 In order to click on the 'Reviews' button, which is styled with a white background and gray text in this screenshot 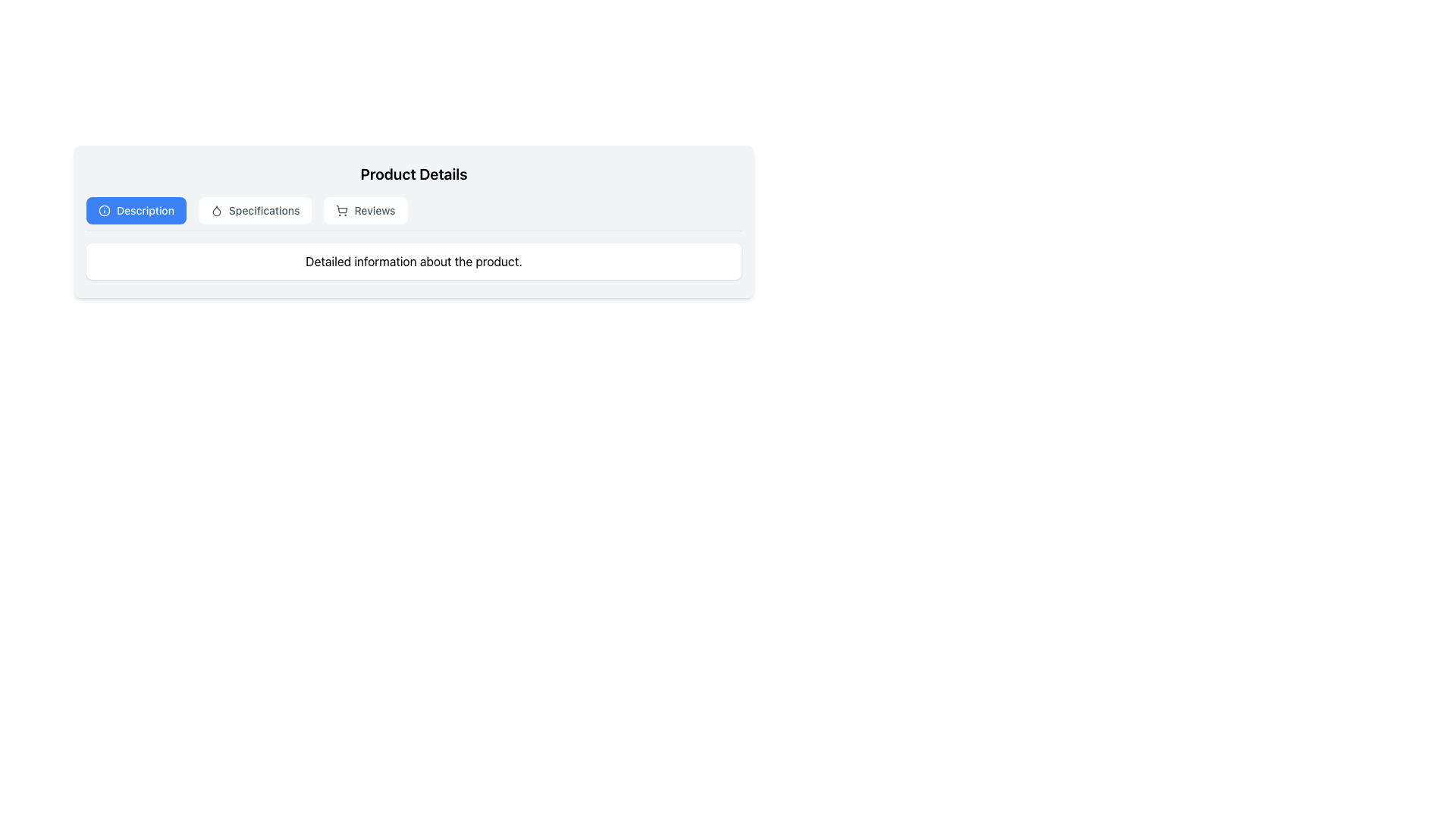, I will do `click(366, 210)`.